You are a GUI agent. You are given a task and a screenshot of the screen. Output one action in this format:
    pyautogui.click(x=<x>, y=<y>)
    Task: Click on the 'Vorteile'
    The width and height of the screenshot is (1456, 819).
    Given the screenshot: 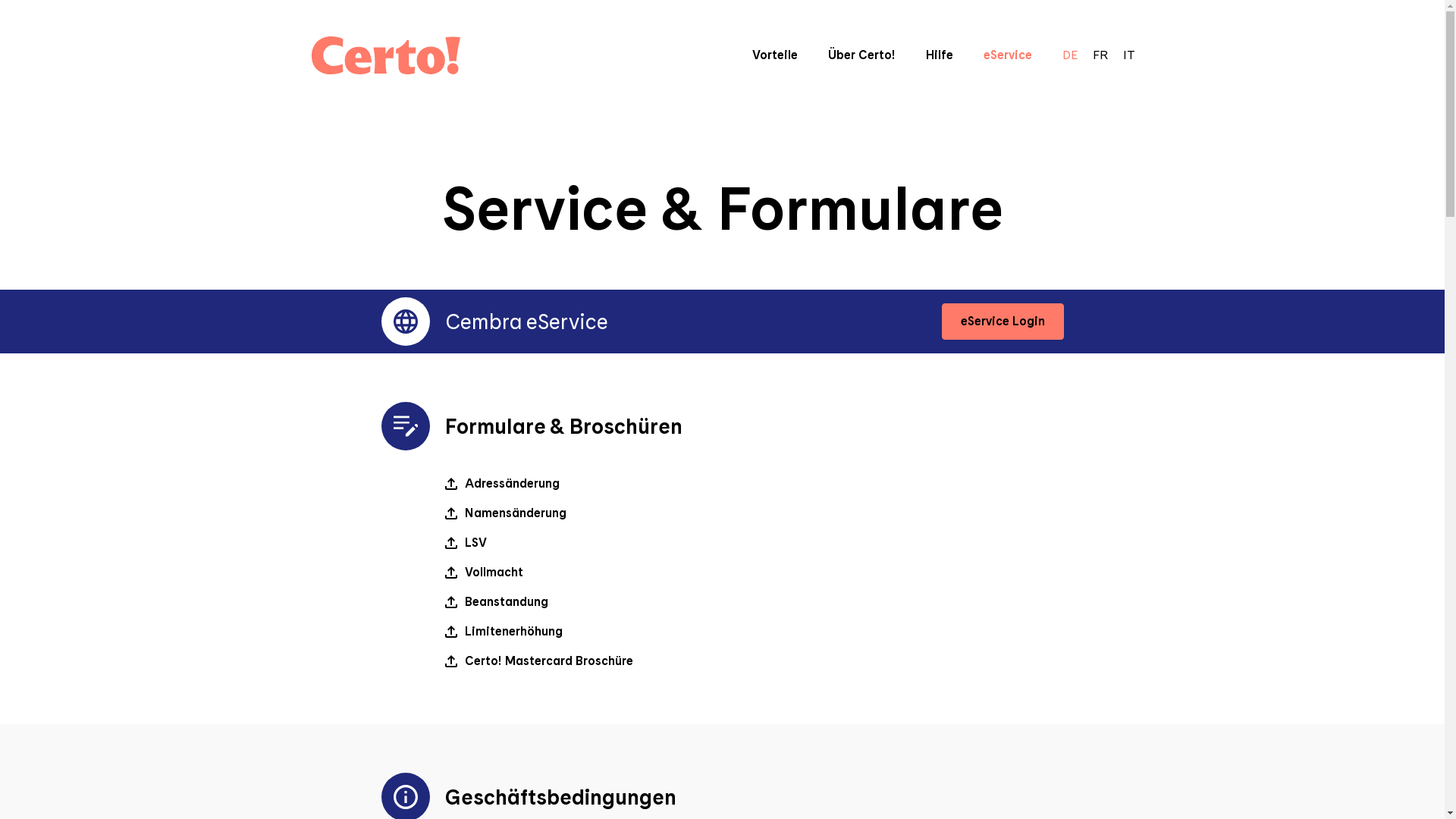 What is the action you would take?
    pyautogui.click(x=775, y=54)
    